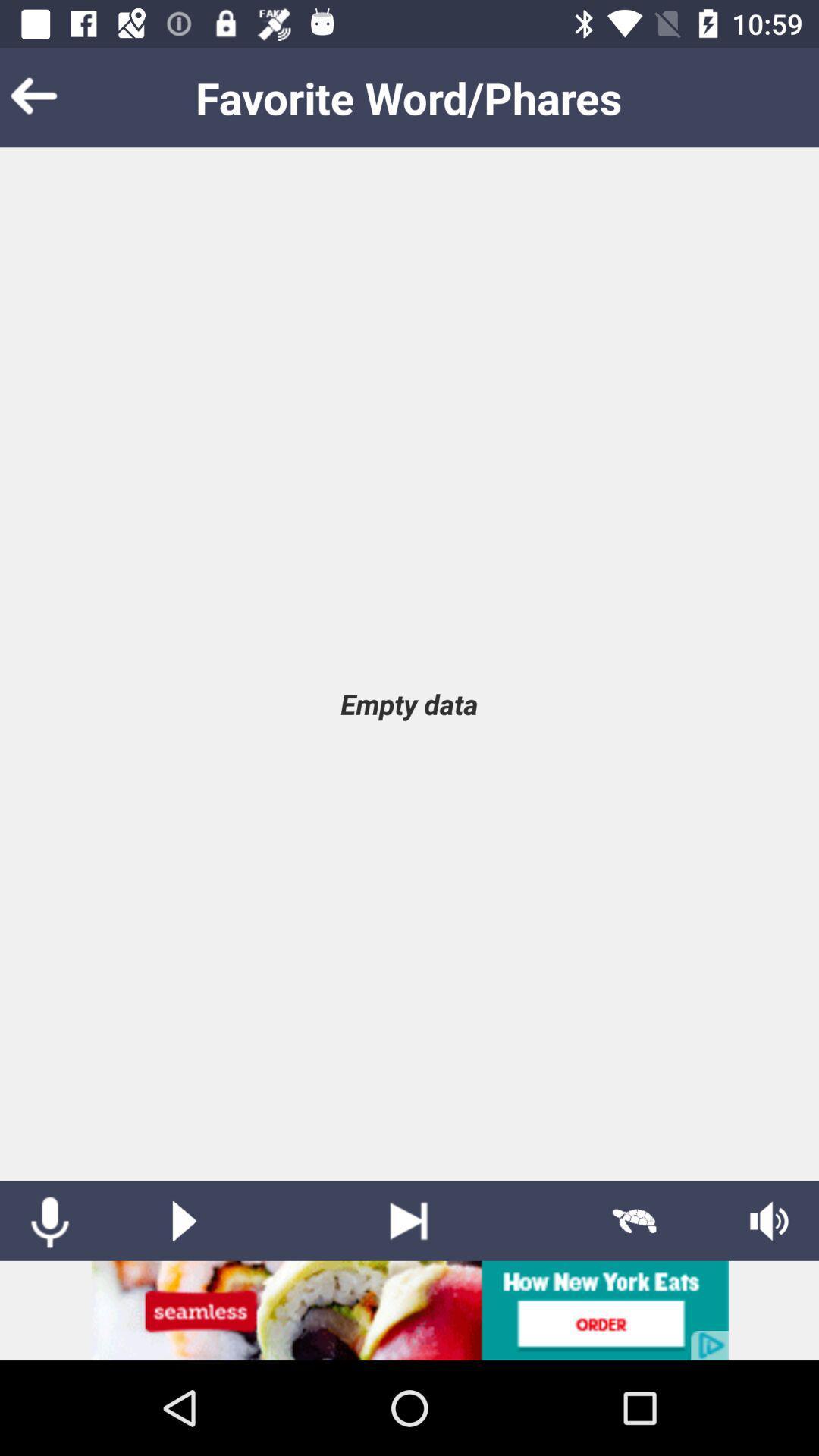 This screenshot has width=819, height=1456. What do you see at coordinates (769, 1221) in the screenshot?
I see `the volume icon` at bounding box center [769, 1221].